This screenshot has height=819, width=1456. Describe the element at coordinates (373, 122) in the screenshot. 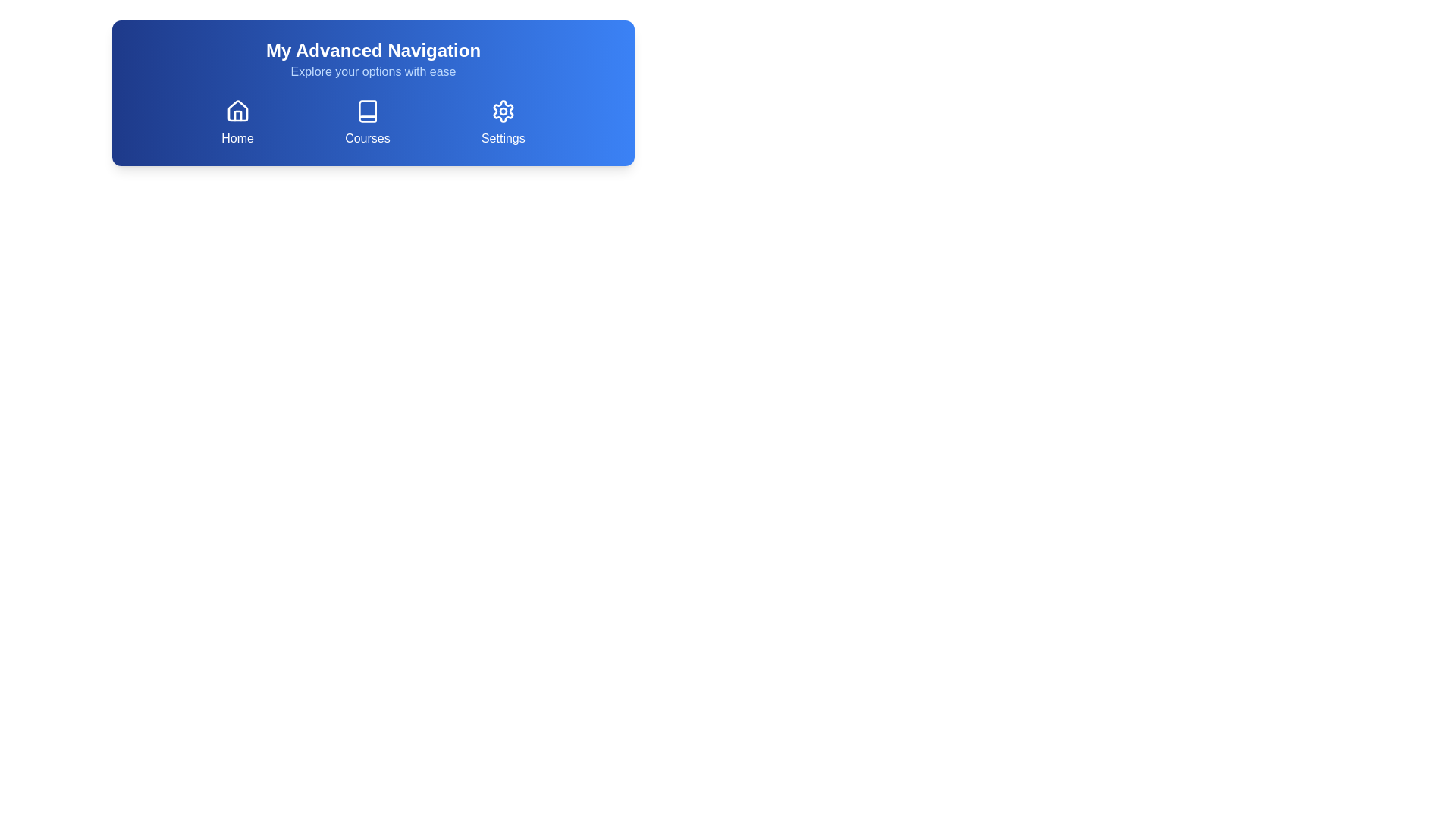

I see `the 'Courses' item in the Navigation menu, which is located below the title 'My Advanced Navigation'` at that location.